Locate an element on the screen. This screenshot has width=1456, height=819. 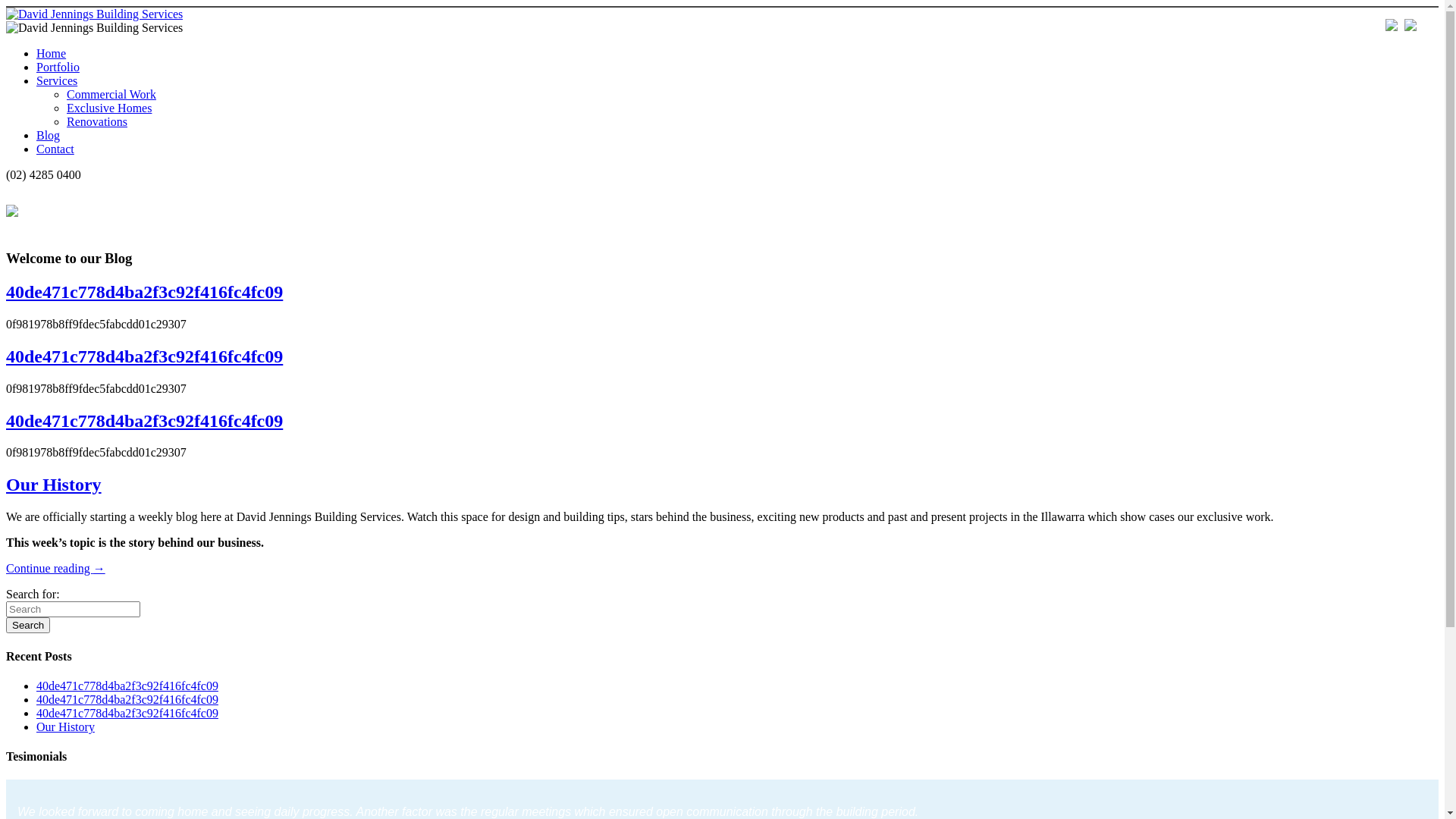
'40de471c778d4ba2f3c92f416fc4fc09' is located at coordinates (144, 421).